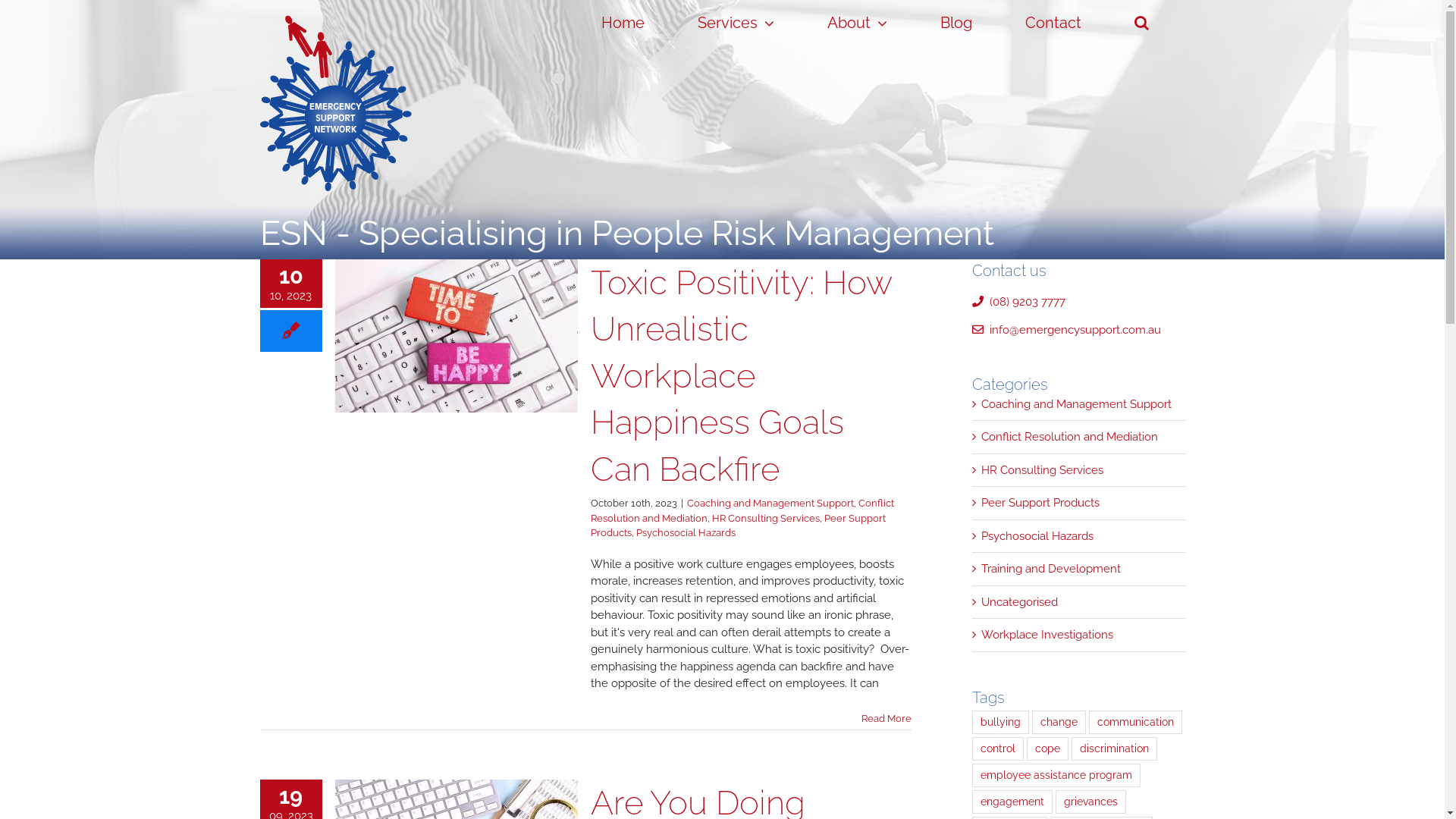 The width and height of the screenshot is (1456, 819). Describe the element at coordinates (684, 532) in the screenshot. I see `'Psychosocial Hazards'` at that location.